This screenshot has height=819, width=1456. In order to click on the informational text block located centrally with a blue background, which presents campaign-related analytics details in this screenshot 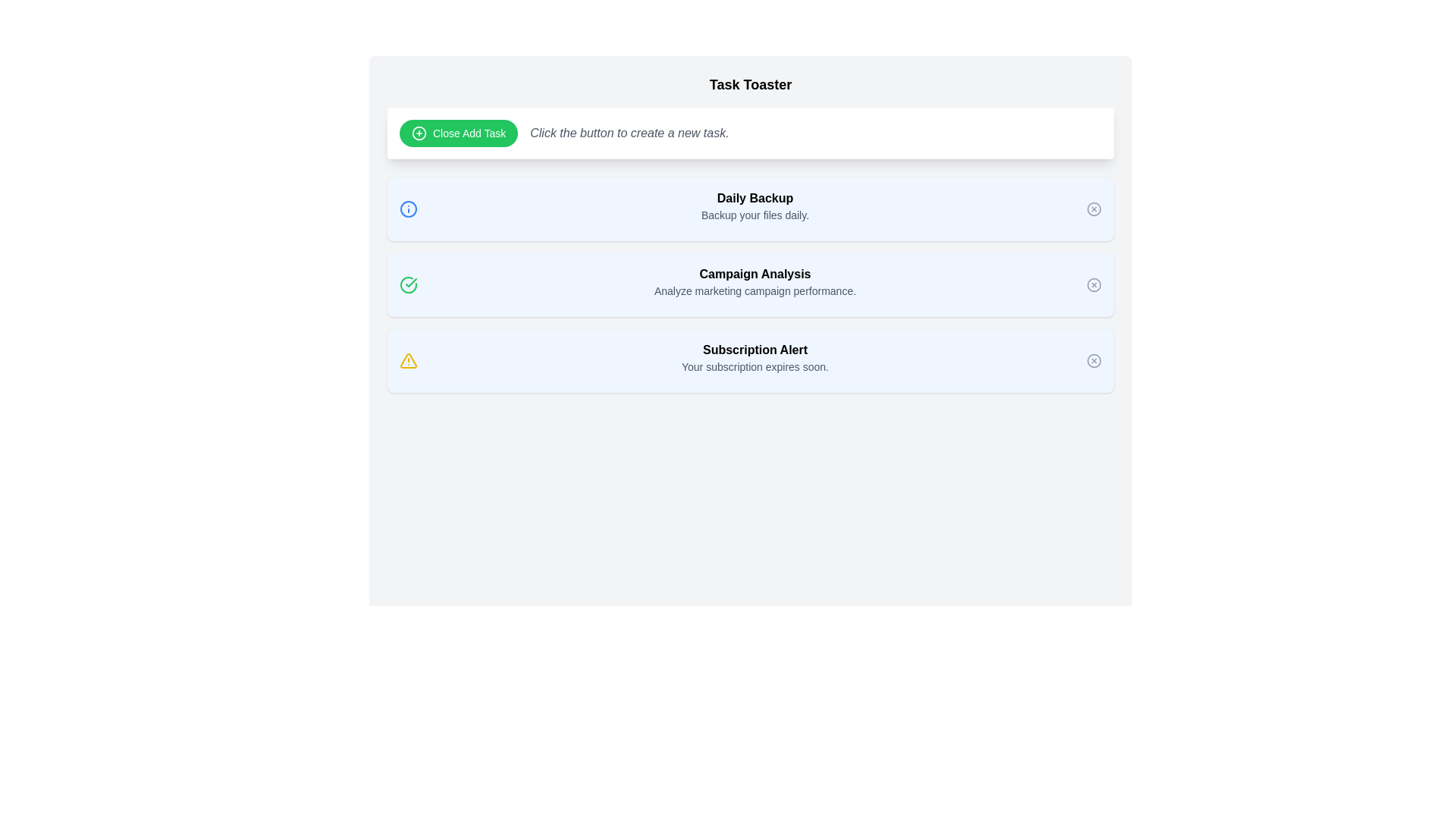, I will do `click(755, 284)`.